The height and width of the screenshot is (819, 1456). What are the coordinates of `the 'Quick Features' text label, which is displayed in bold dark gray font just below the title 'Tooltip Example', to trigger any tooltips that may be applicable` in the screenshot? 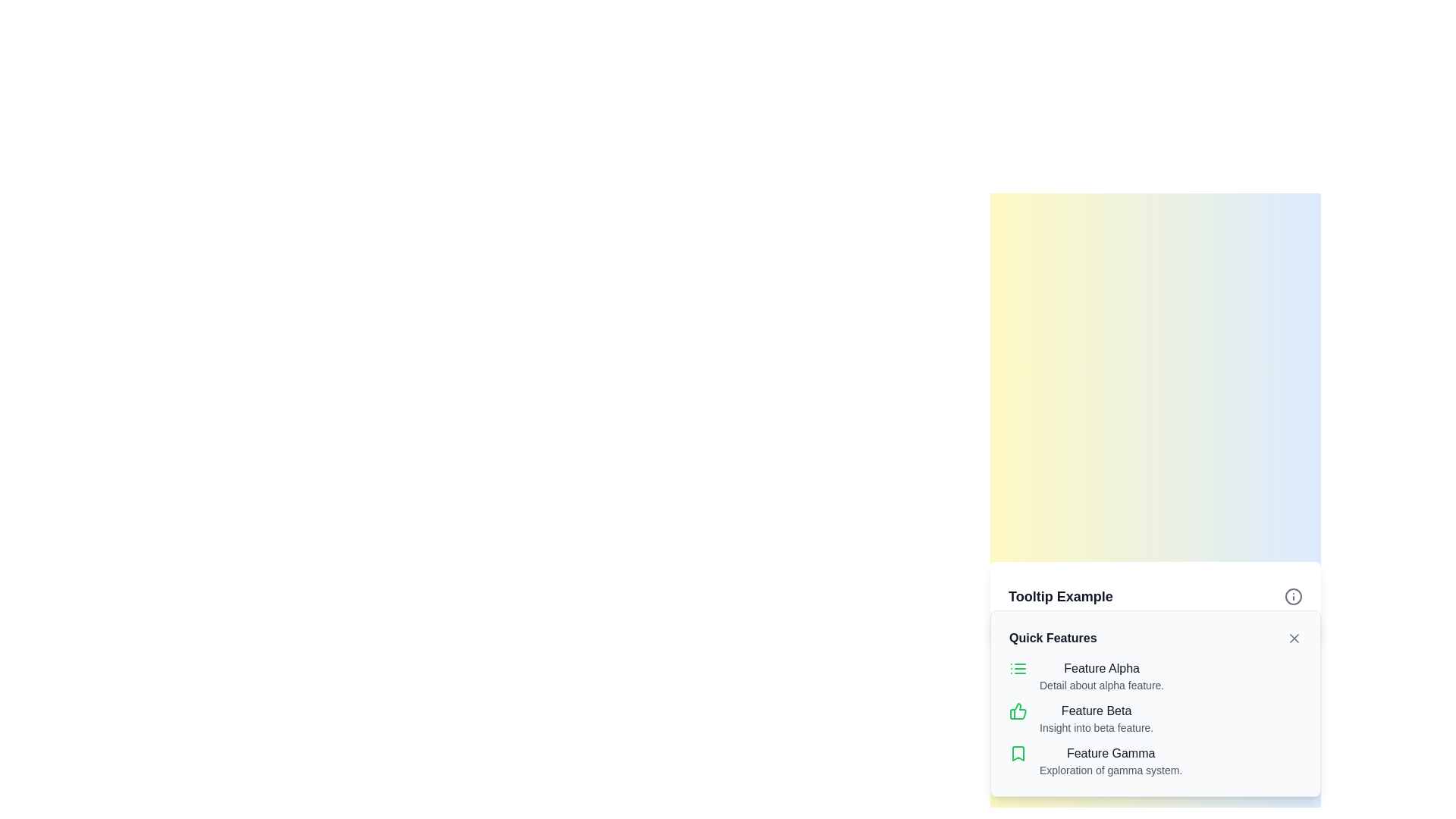 It's located at (1052, 638).